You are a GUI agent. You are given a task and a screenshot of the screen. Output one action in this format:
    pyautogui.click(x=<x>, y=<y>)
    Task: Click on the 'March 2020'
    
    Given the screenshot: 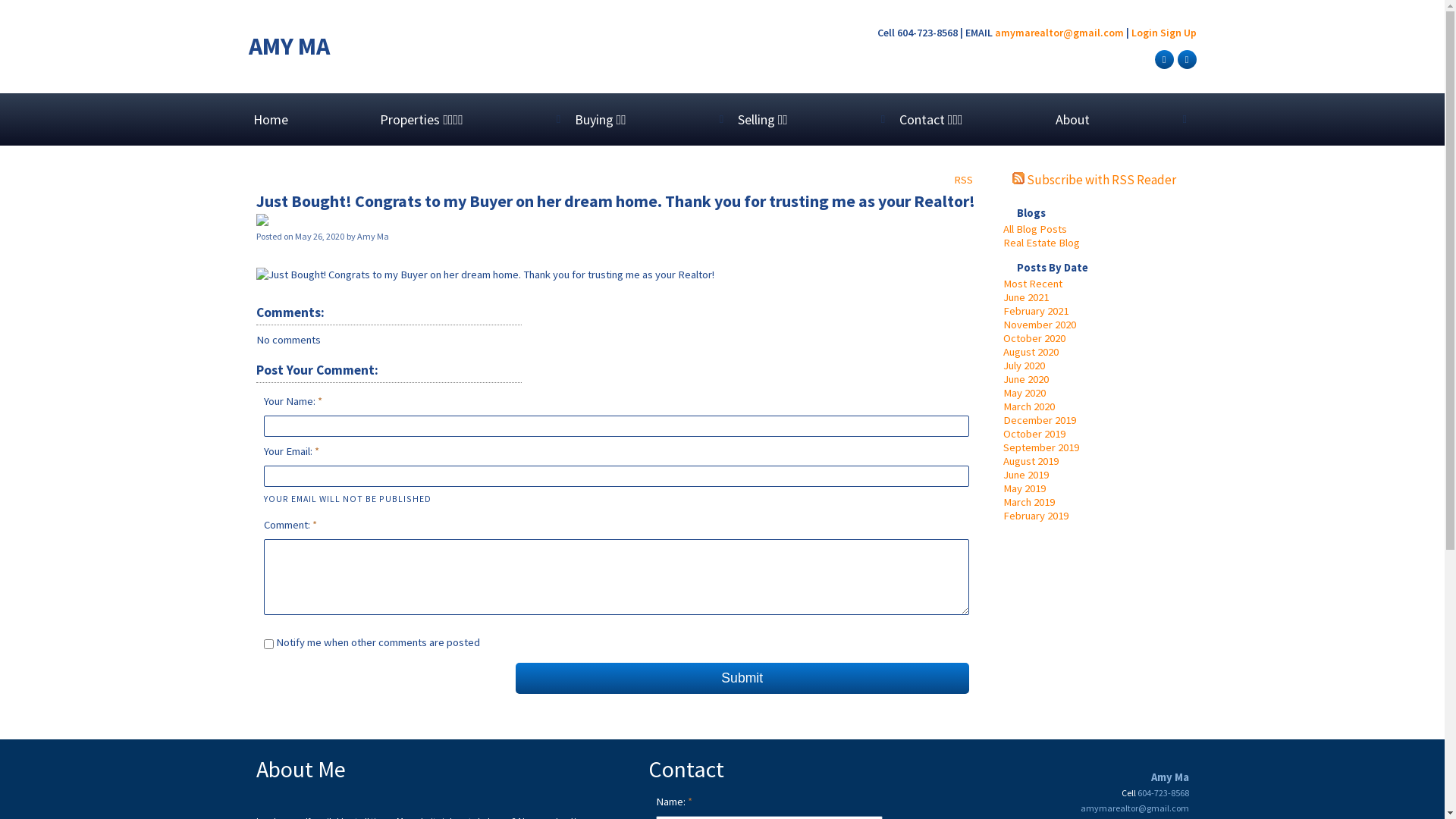 What is the action you would take?
    pyautogui.click(x=1028, y=406)
    